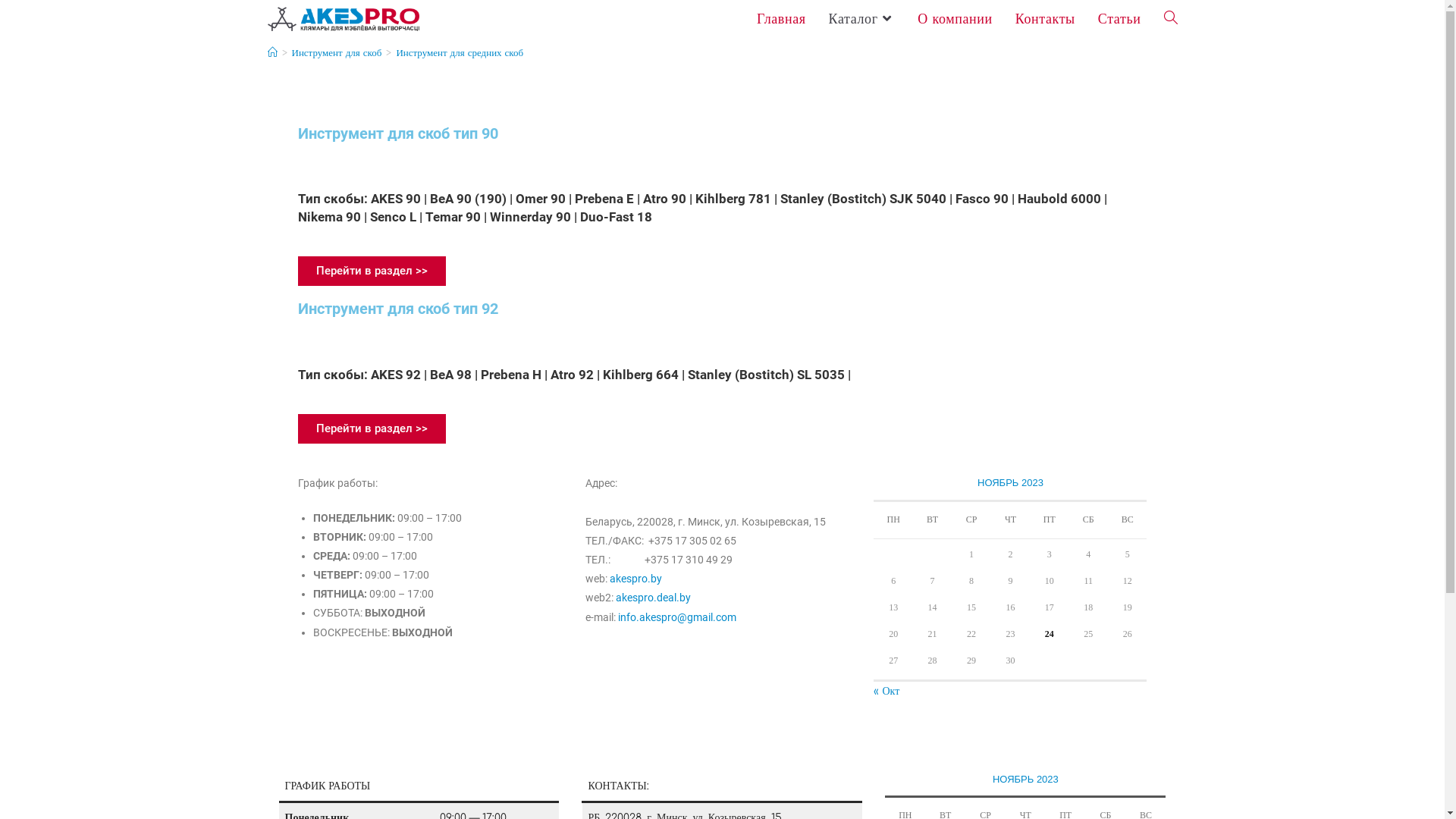 The height and width of the screenshot is (819, 1456). What do you see at coordinates (635, 579) in the screenshot?
I see `'akespro.by'` at bounding box center [635, 579].